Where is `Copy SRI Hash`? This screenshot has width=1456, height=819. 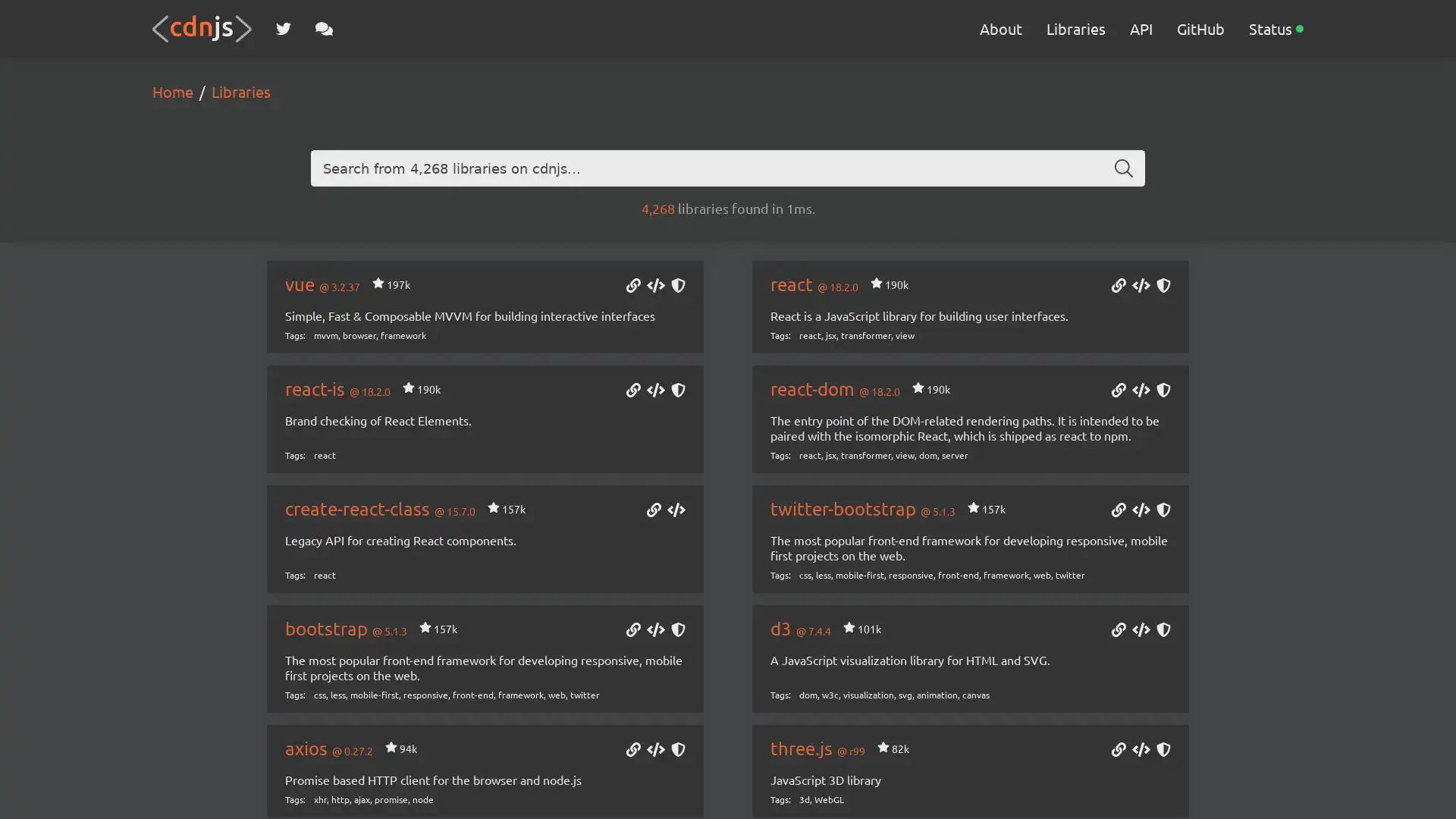 Copy SRI Hash is located at coordinates (676, 391).